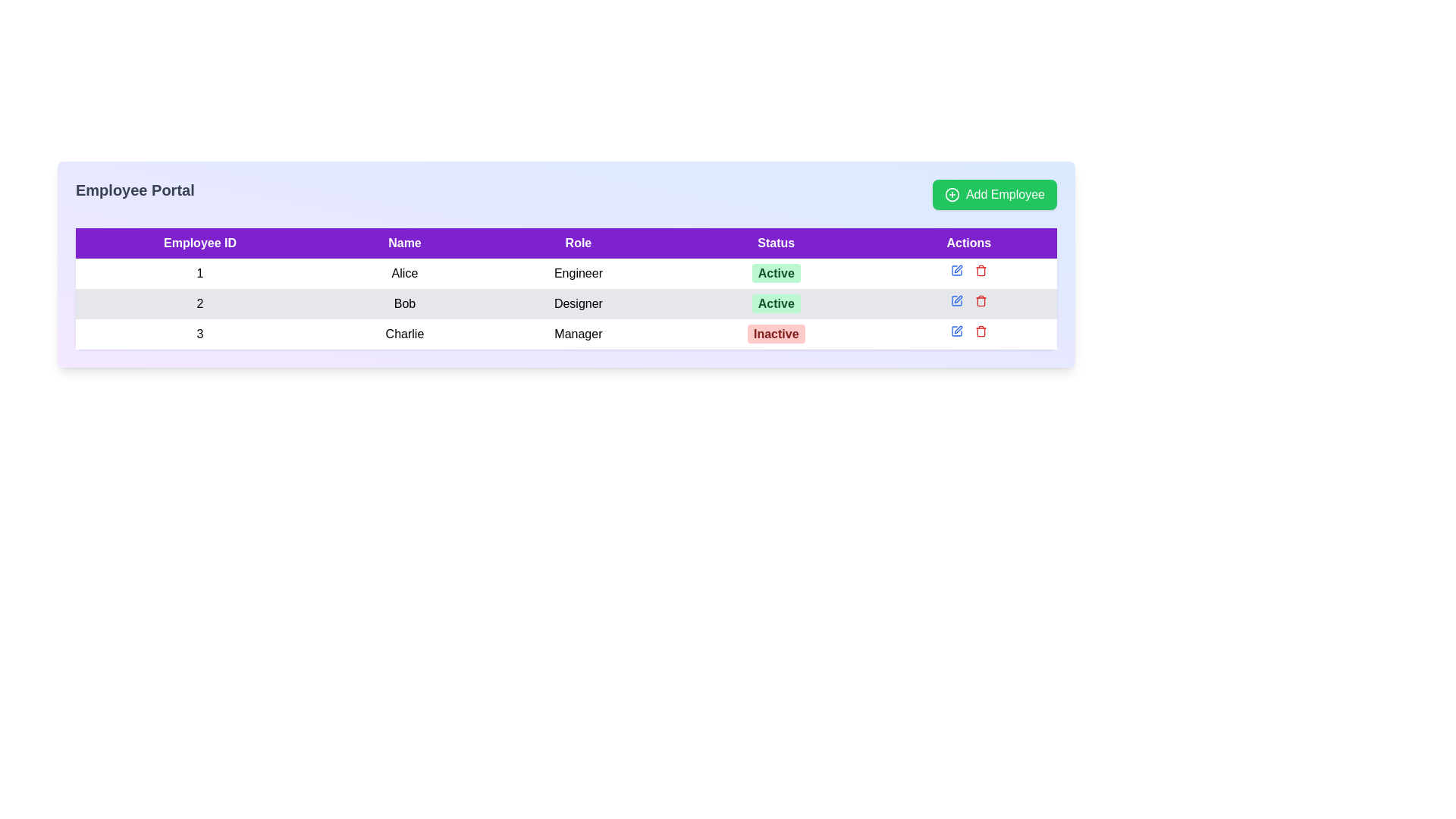 The width and height of the screenshot is (1456, 819). I want to click on the red trash can icon in the rightmost column under the 'Actions' header of the table row, so click(981, 270).